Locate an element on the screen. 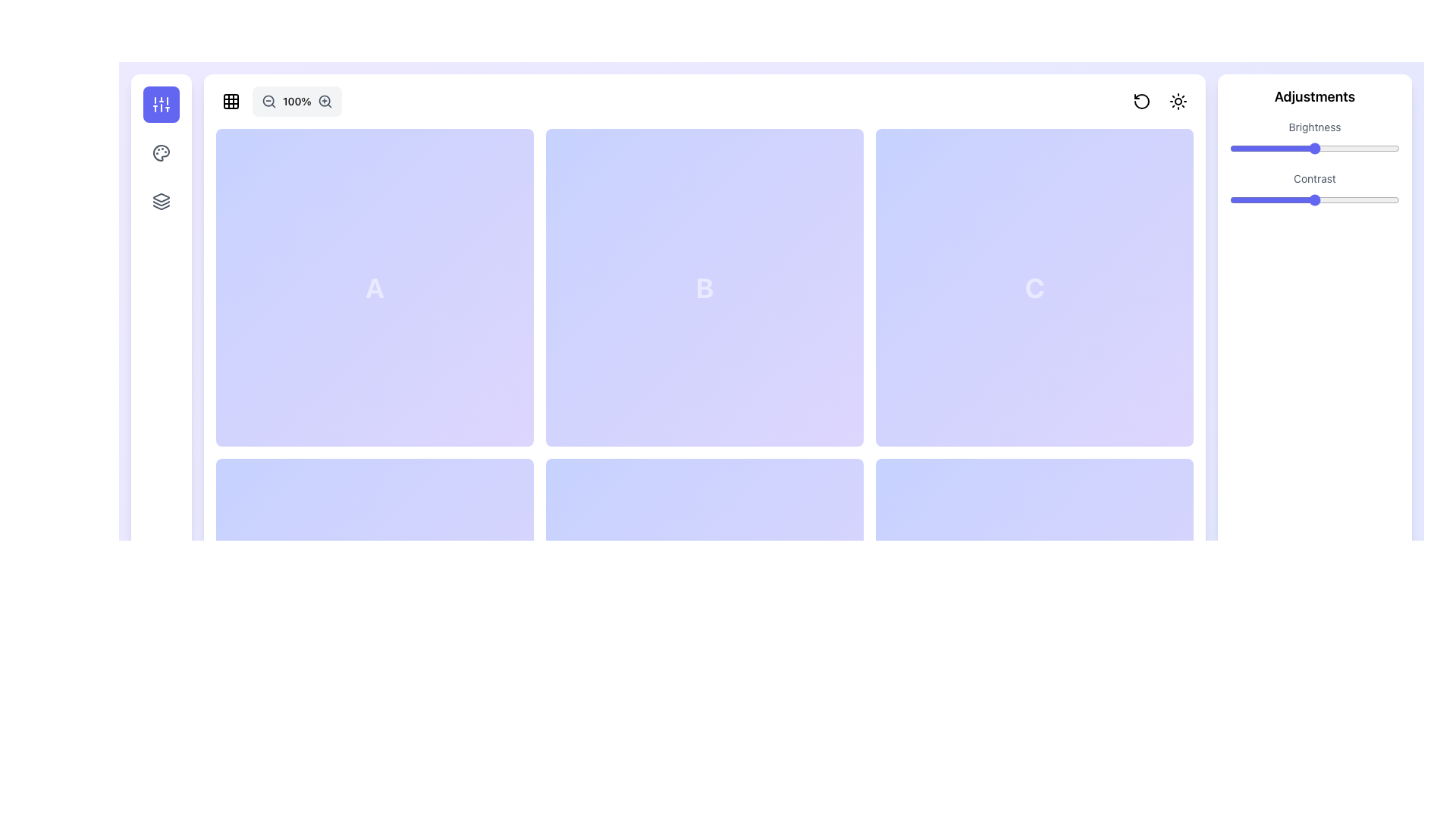 The height and width of the screenshot is (819, 1456). the brightness level is located at coordinates (1230, 149).